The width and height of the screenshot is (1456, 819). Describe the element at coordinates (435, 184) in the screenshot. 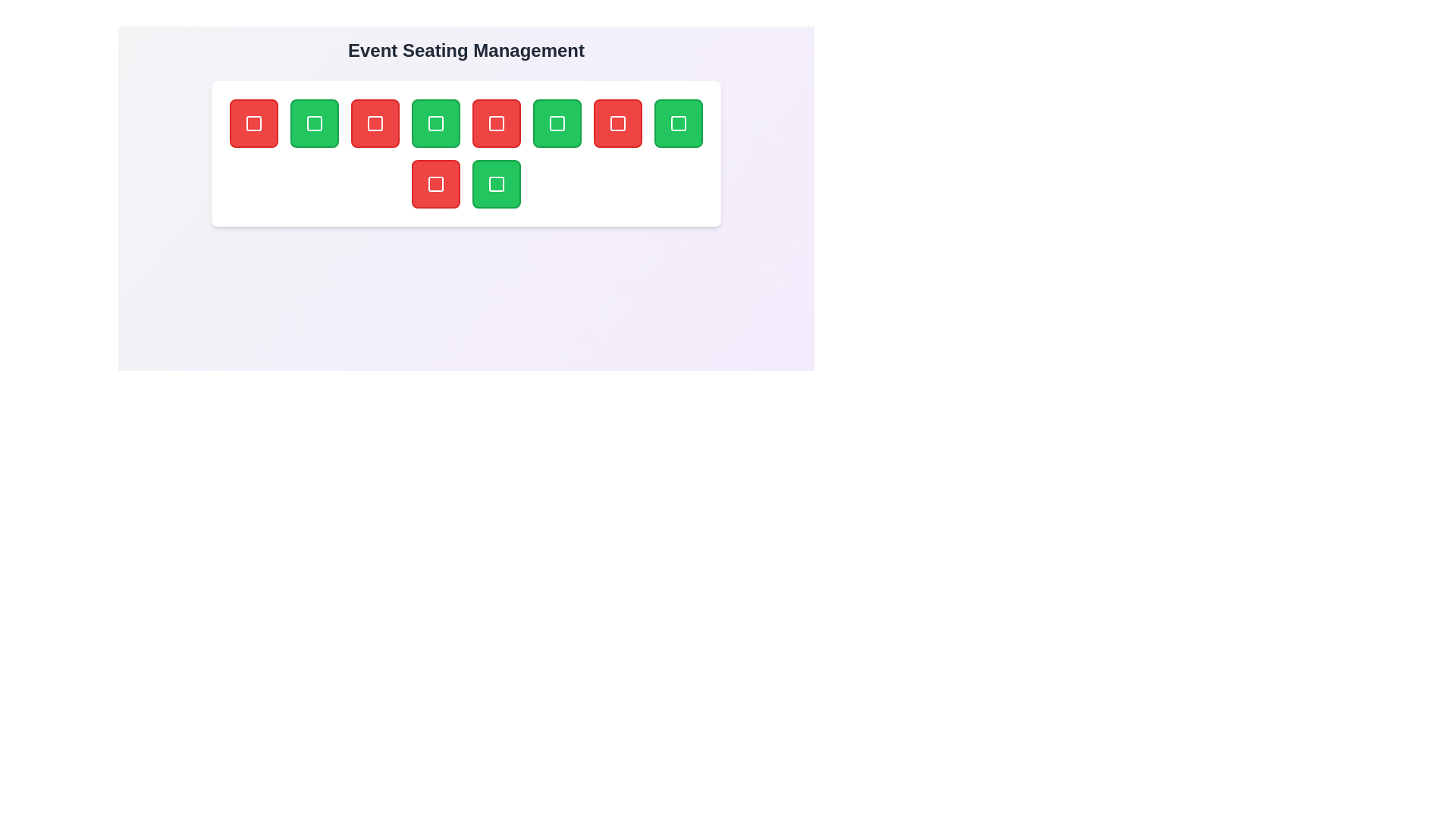

I see `the visual state of the bright red, rounded square icon located in the bottom row, second column of the grid` at that location.